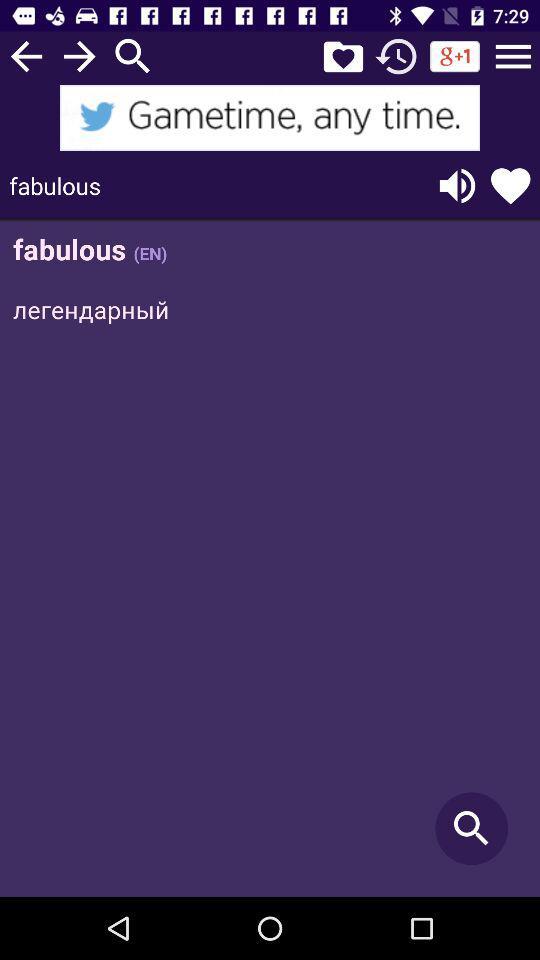  I want to click on the menu icon, so click(513, 55).